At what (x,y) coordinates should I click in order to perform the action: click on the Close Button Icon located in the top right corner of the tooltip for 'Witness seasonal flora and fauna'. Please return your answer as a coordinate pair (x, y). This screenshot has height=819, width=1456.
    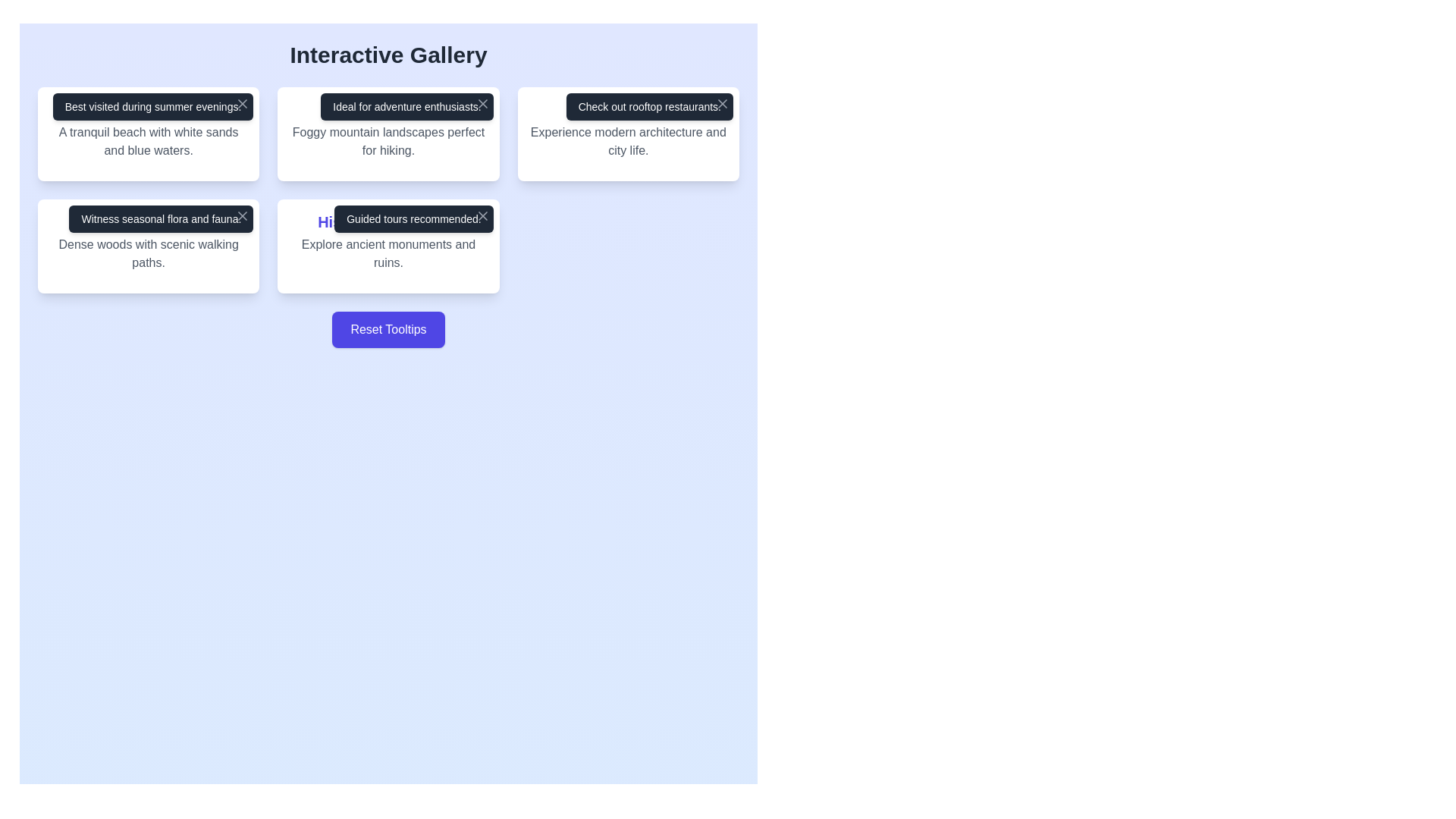
    Looking at the image, I should click on (243, 216).